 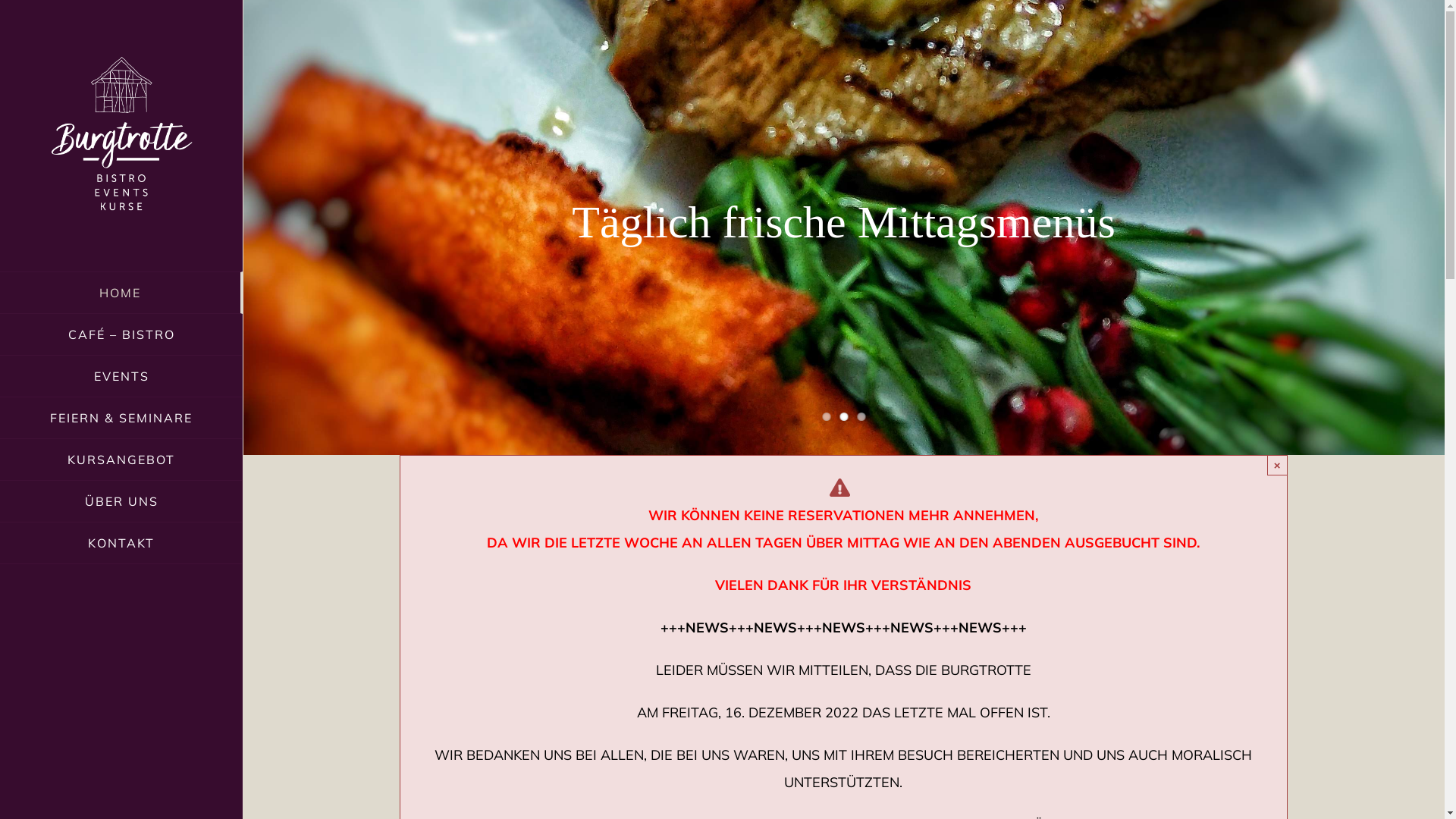 What do you see at coordinates (0, 418) in the screenshot?
I see `'FEIERN & SEMINARE'` at bounding box center [0, 418].